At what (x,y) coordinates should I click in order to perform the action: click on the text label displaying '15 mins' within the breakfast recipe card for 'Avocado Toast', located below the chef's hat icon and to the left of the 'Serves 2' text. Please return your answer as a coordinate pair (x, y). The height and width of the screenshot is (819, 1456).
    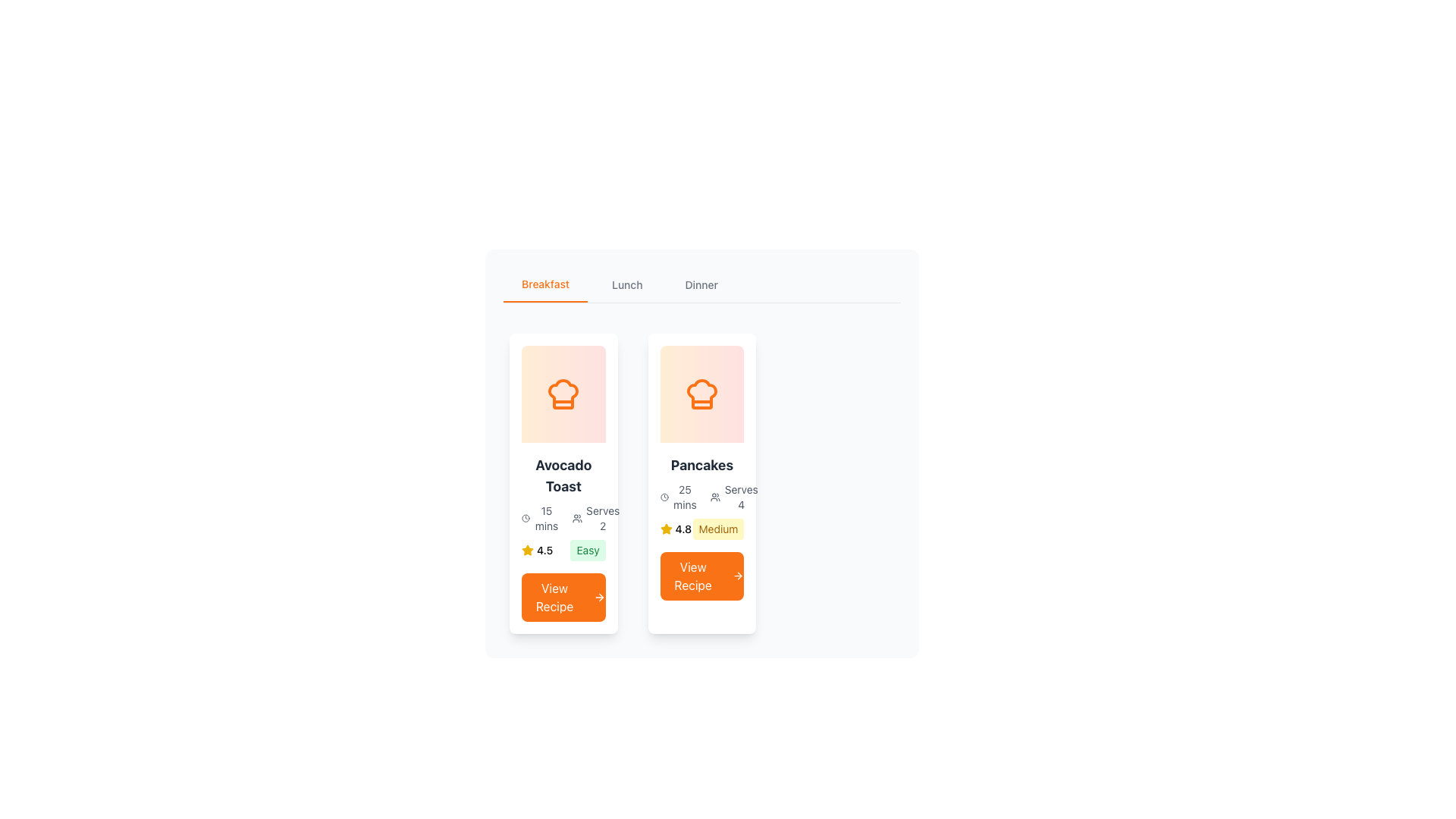
    Looking at the image, I should click on (546, 517).